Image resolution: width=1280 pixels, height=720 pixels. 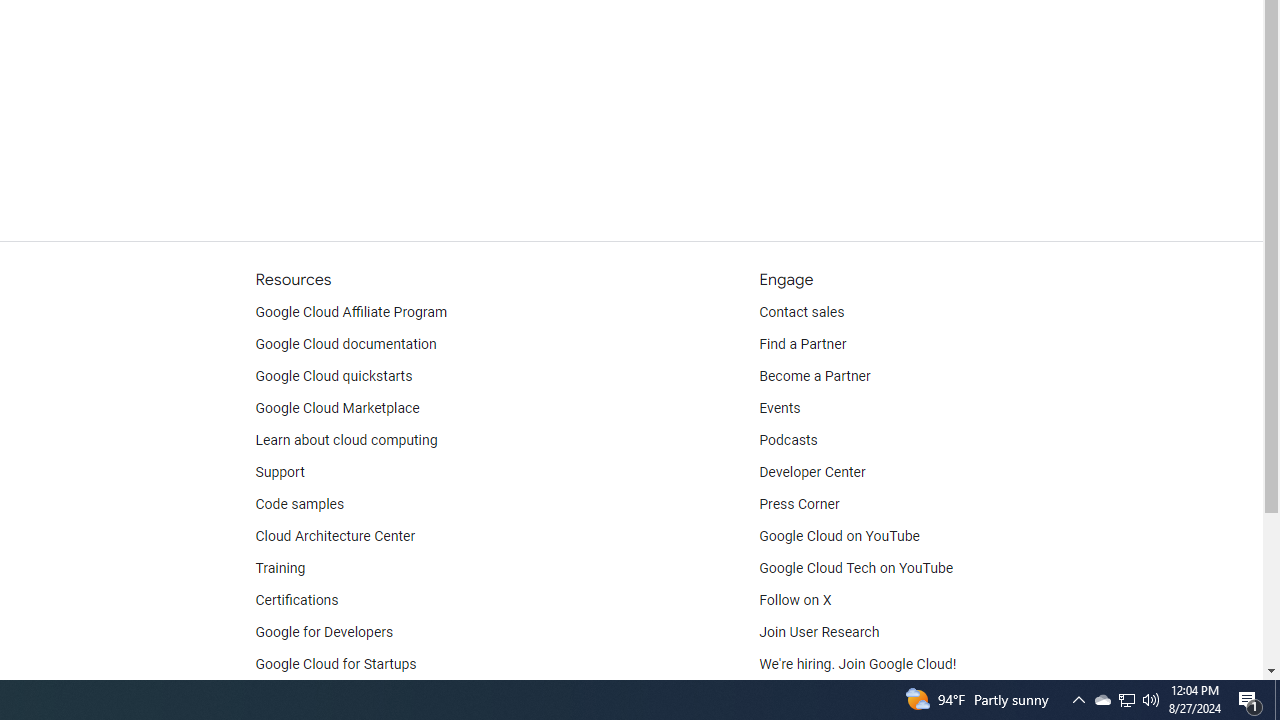 What do you see at coordinates (856, 568) in the screenshot?
I see `'Google Cloud Tech on YouTube'` at bounding box center [856, 568].